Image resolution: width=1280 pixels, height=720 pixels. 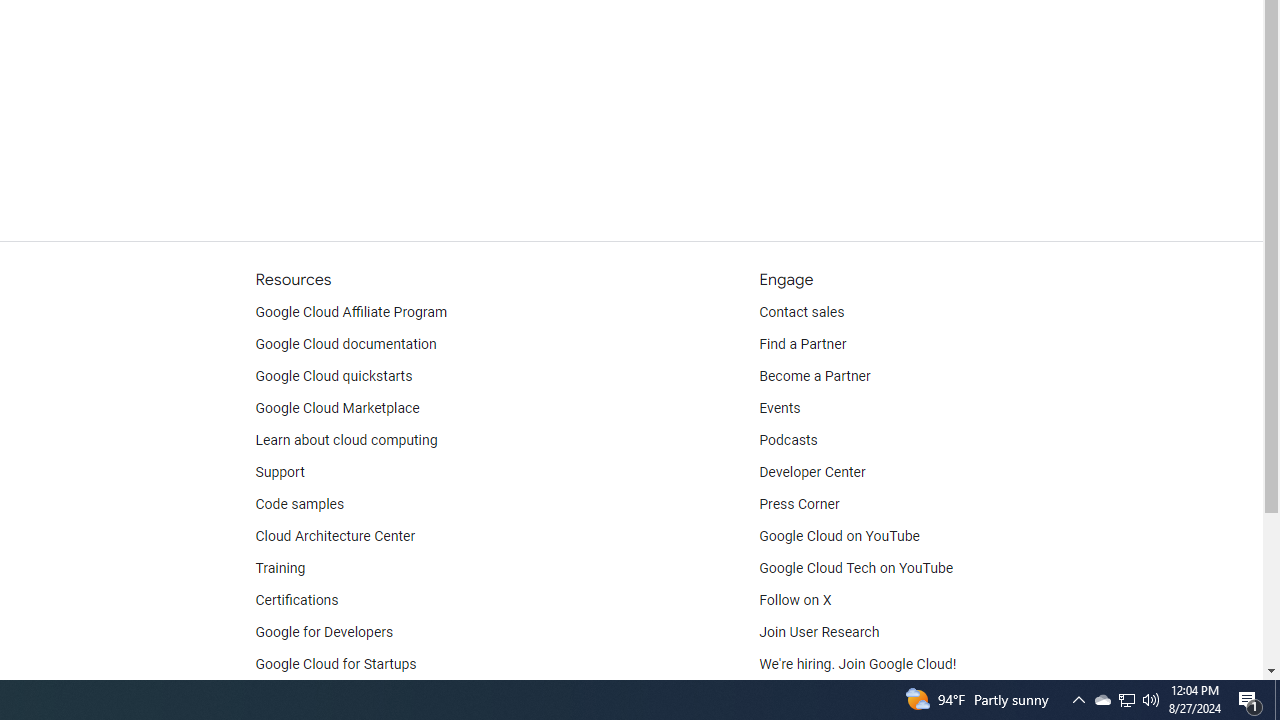 What do you see at coordinates (856, 568) in the screenshot?
I see `'Google Cloud Tech on YouTube'` at bounding box center [856, 568].